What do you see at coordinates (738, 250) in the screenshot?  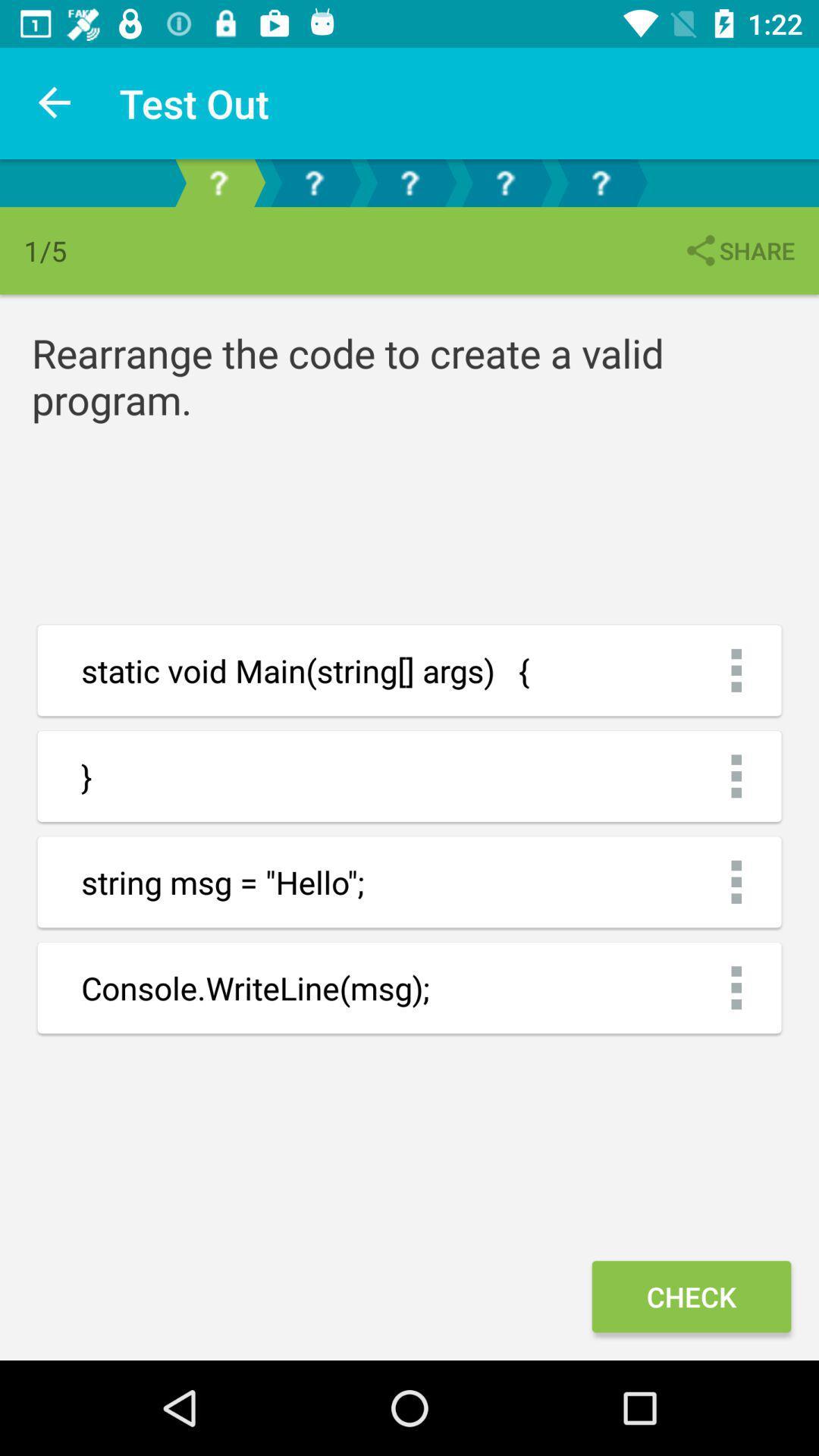 I see `the share` at bounding box center [738, 250].